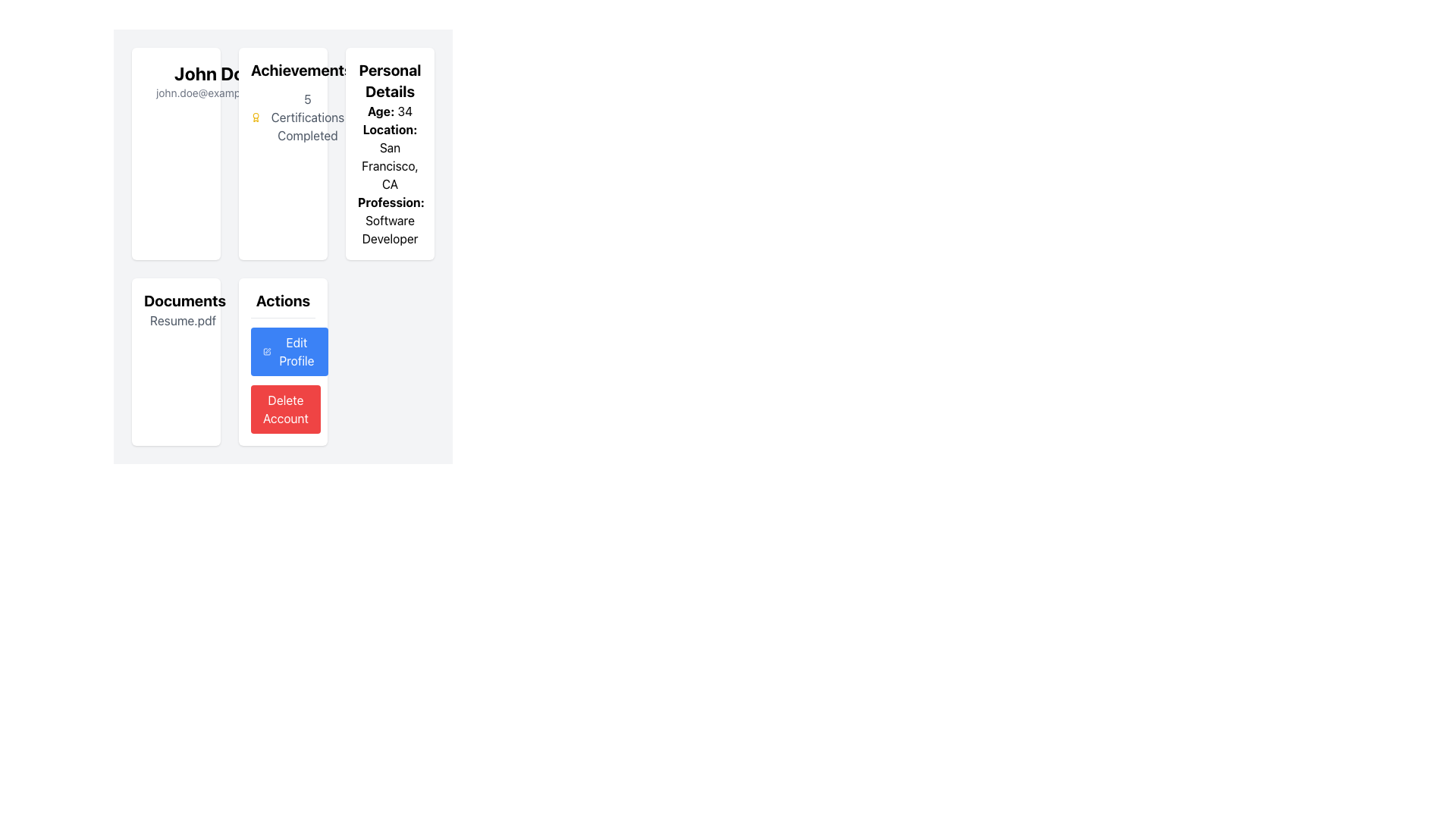 The height and width of the screenshot is (819, 1456). What do you see at coordinates (283, 362) in the screenshot?
I see `the action buttons in the card located in the bottom-right section of the layout` at bounding box center [283, 362].